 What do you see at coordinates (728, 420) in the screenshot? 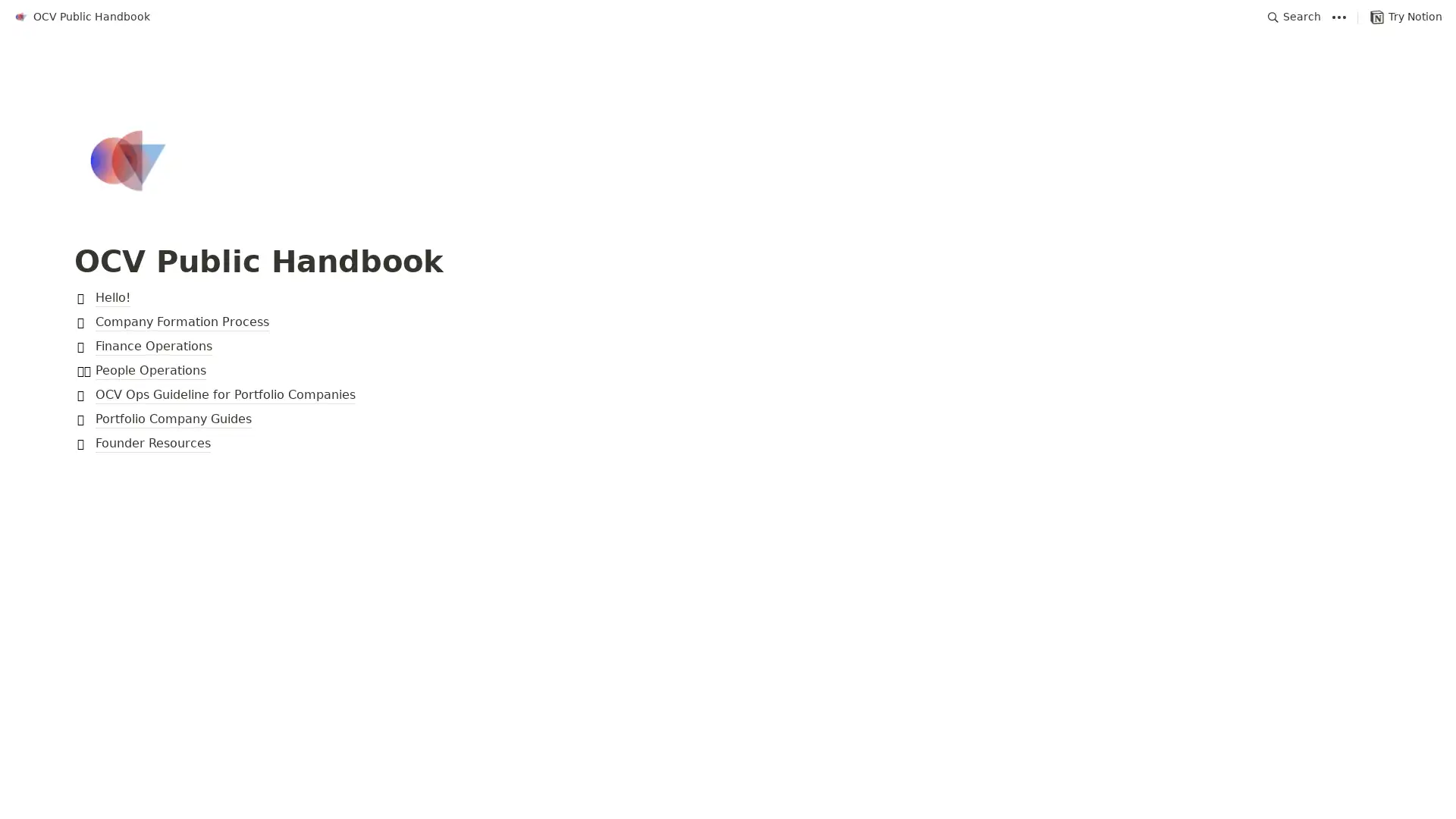
I see `Portfolio Company Guides` at bounding box center [728, 420].